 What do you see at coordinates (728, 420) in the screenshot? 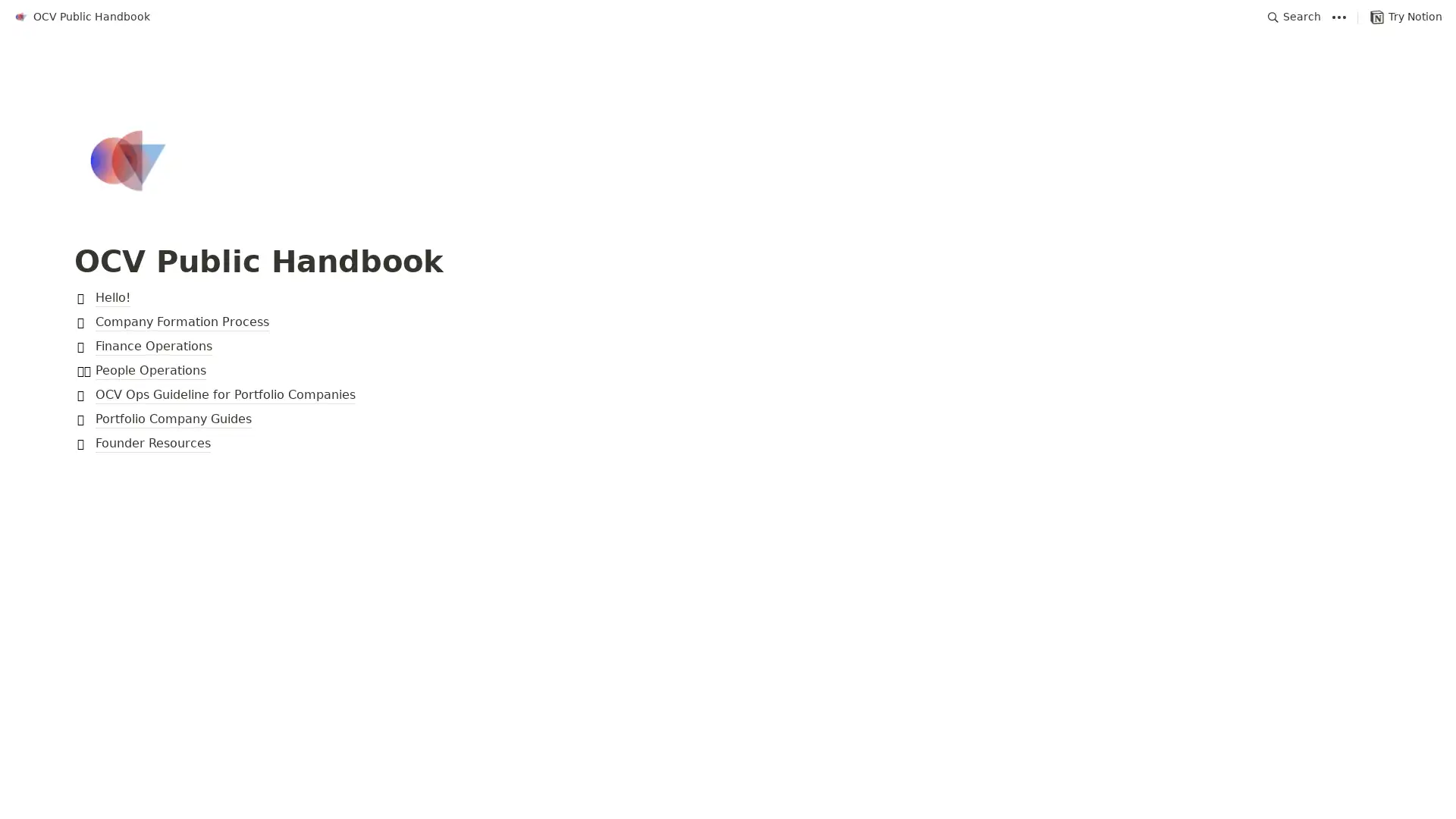
I see `Portfolio Company Guides` at bounding box center [728, 420].